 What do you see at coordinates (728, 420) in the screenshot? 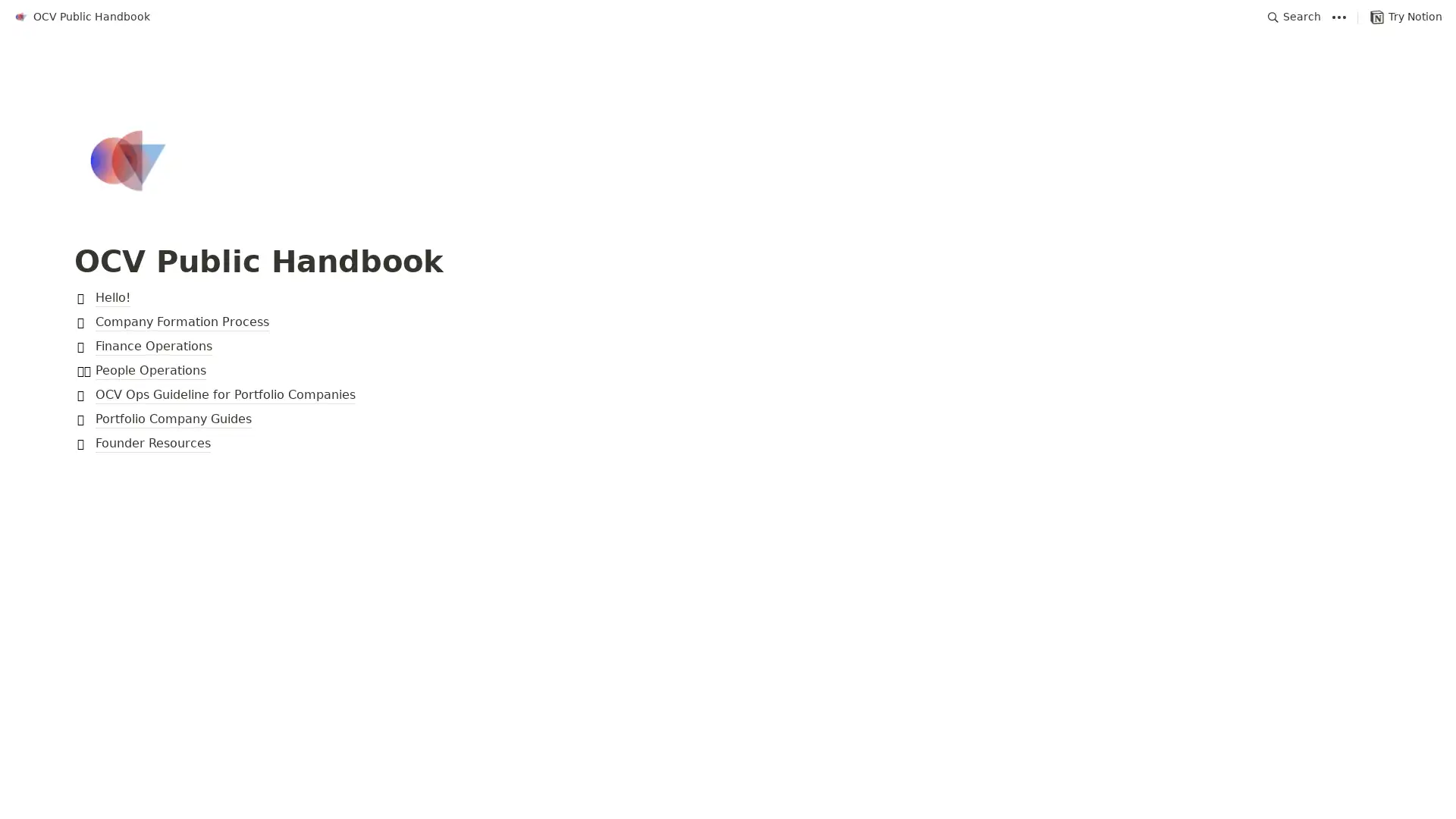
I see `Portfolio Company Guides` at bounding box center [728, 420].